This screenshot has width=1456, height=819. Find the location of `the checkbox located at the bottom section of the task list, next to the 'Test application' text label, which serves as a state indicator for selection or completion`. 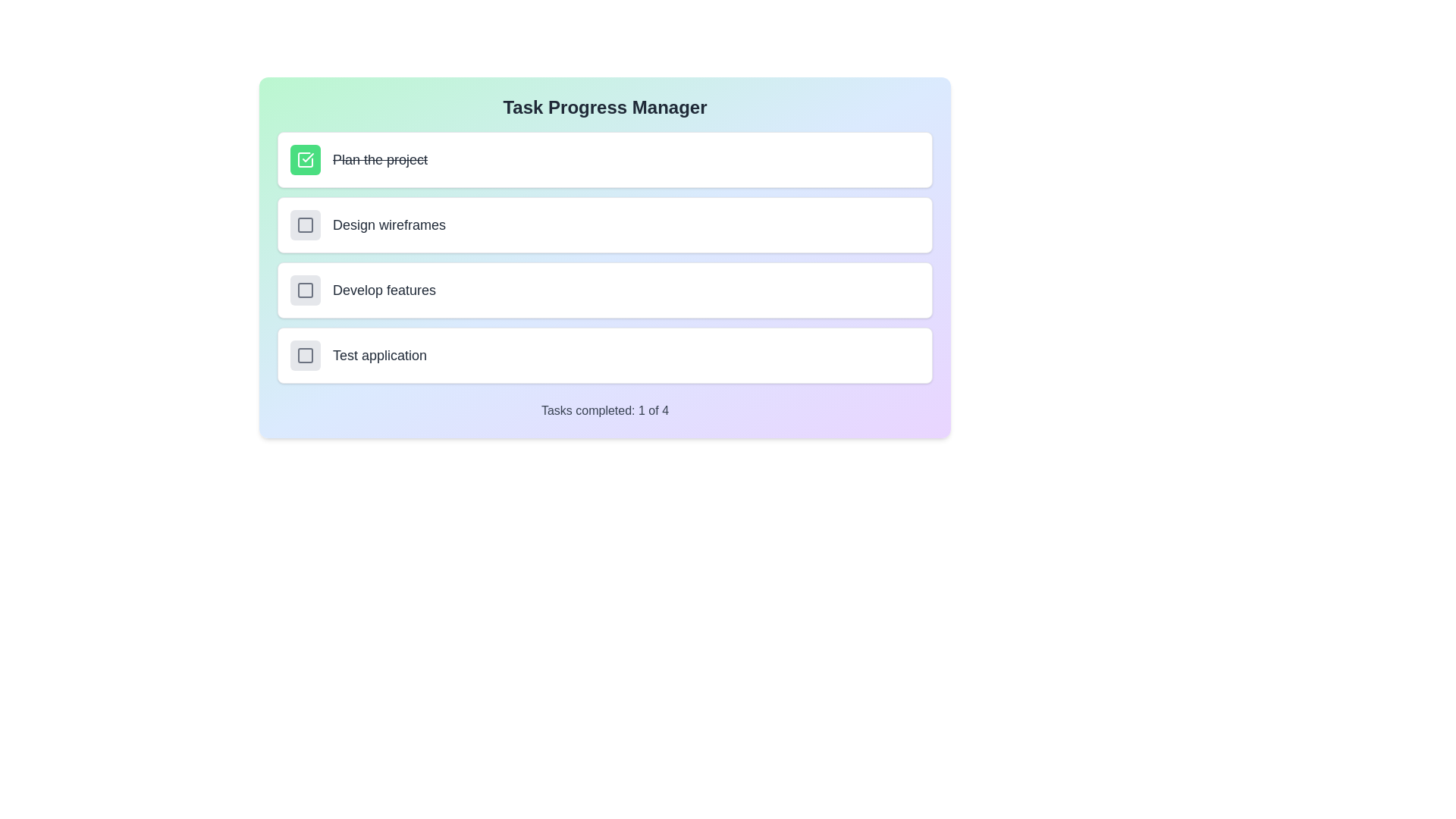

the checkbox located at the bottom section of the task list, next to the 'Test application' text label, which serves as a state indicator for selection or completion is located at coordinates (305, 356).